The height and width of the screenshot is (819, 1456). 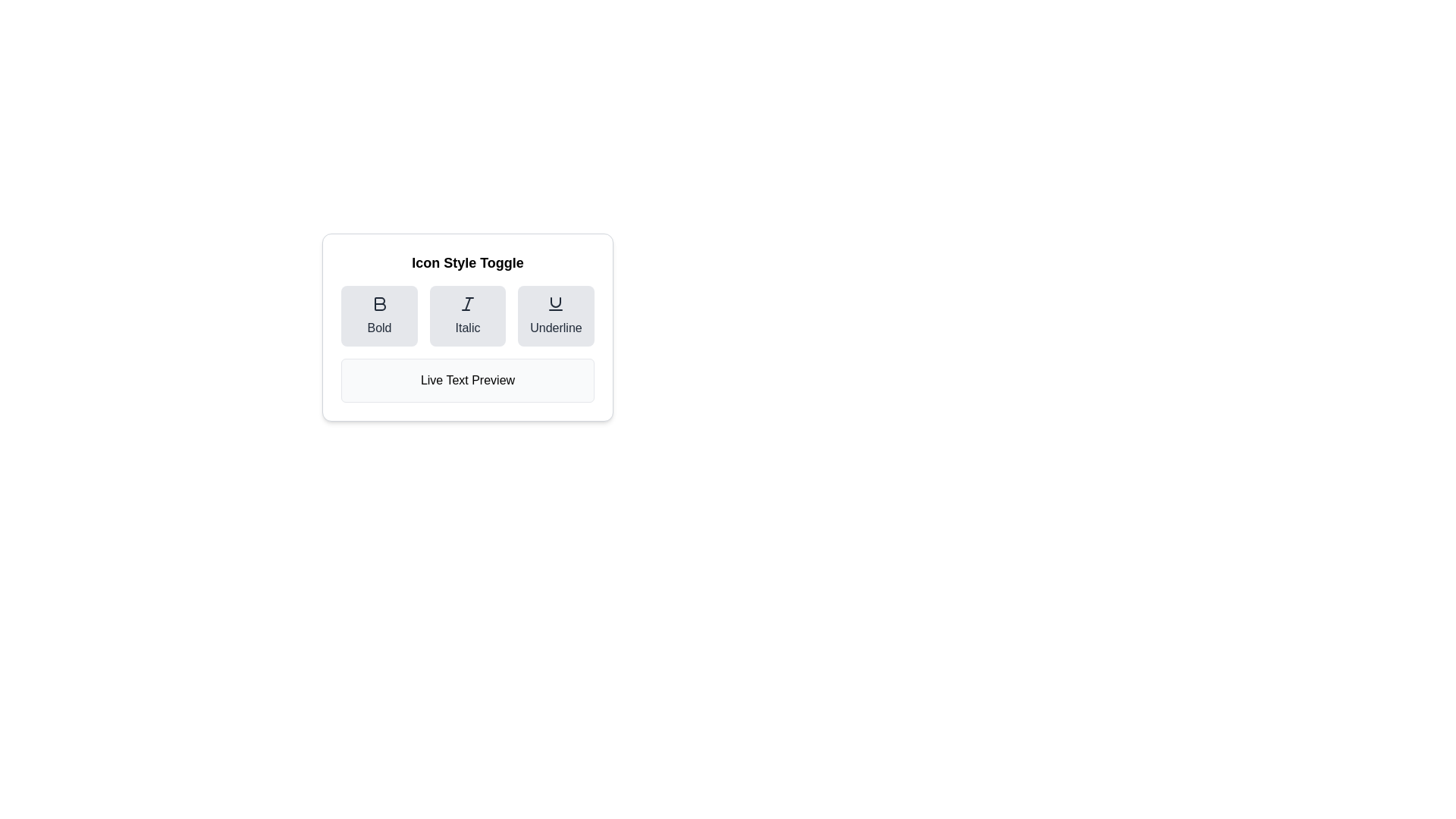 I want to click on 'Underline' button to toggle the underline style, so click(x=555, y=315).